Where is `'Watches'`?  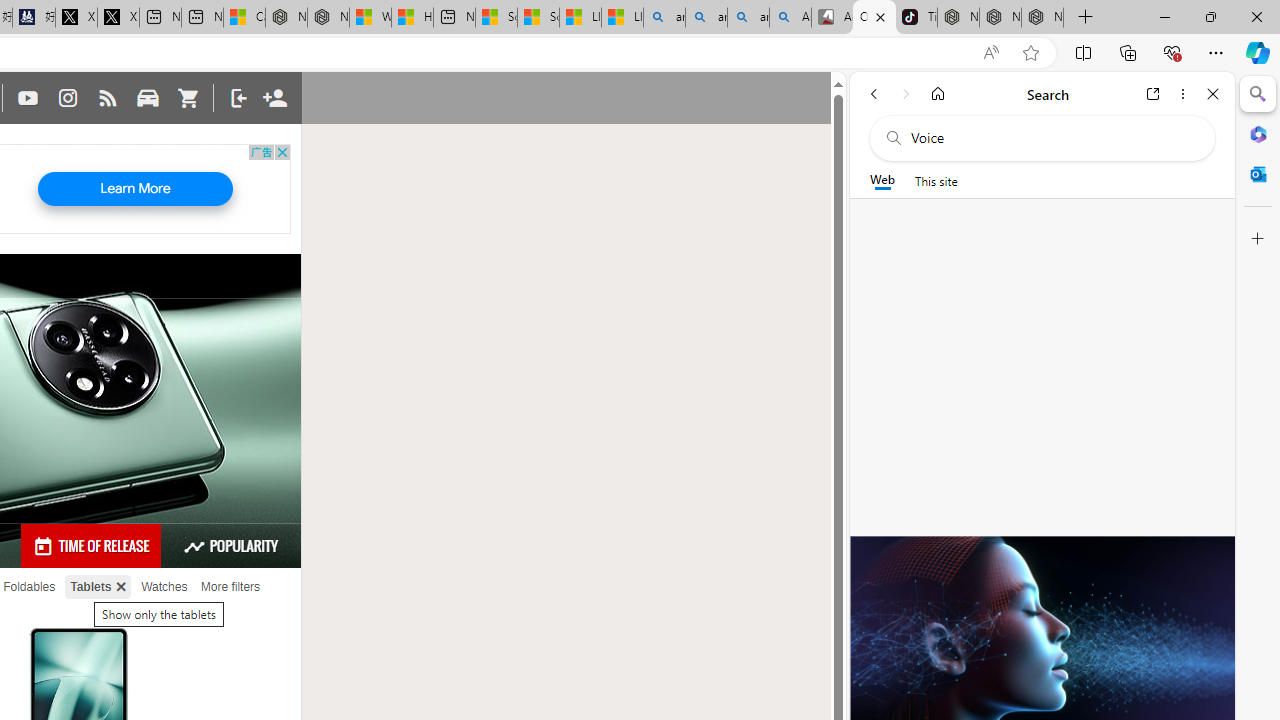 'Watches' is located at coordinates (164, 586).